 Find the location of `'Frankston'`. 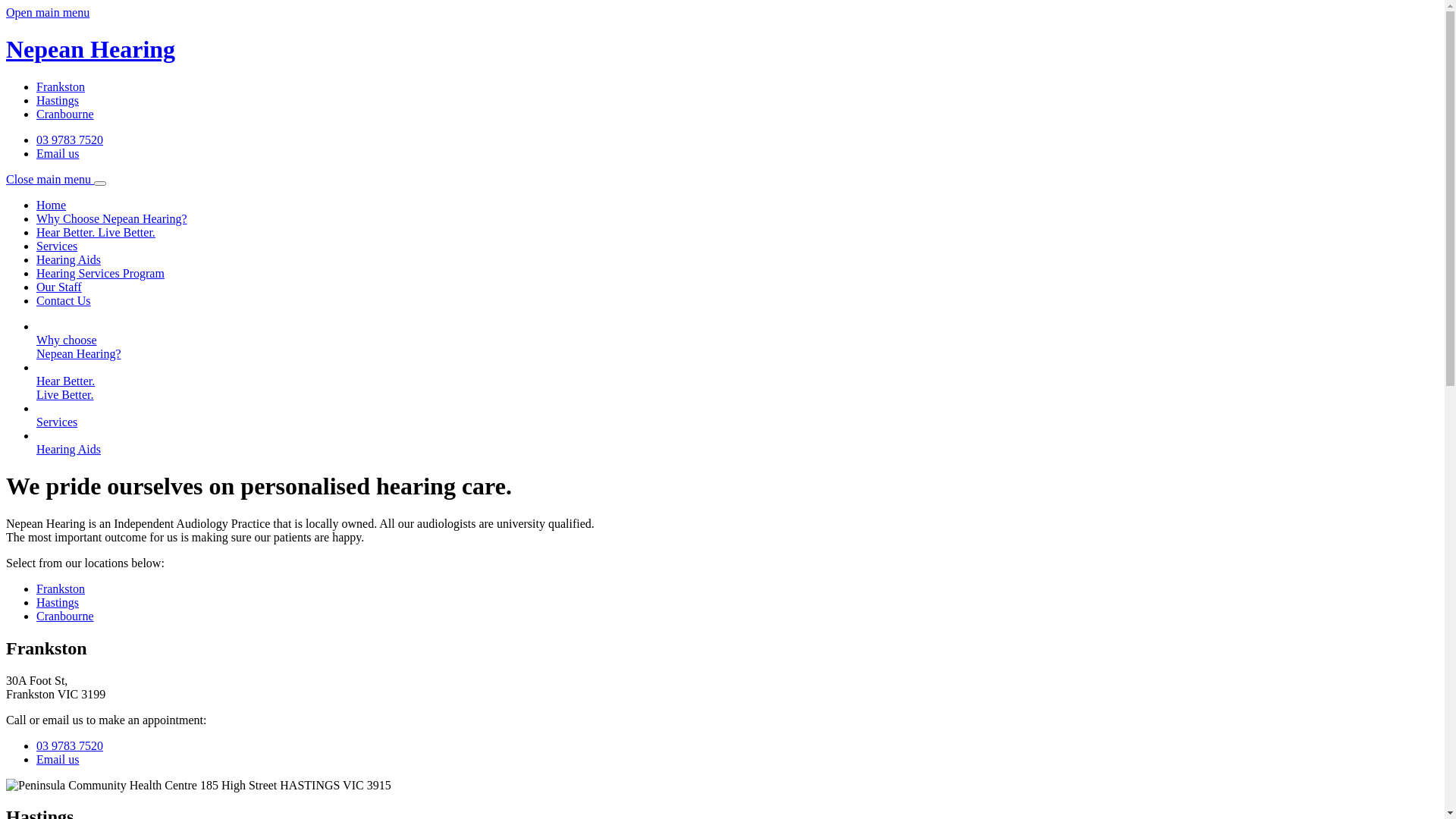

'Frankston' is located at coordinates (61, 588).